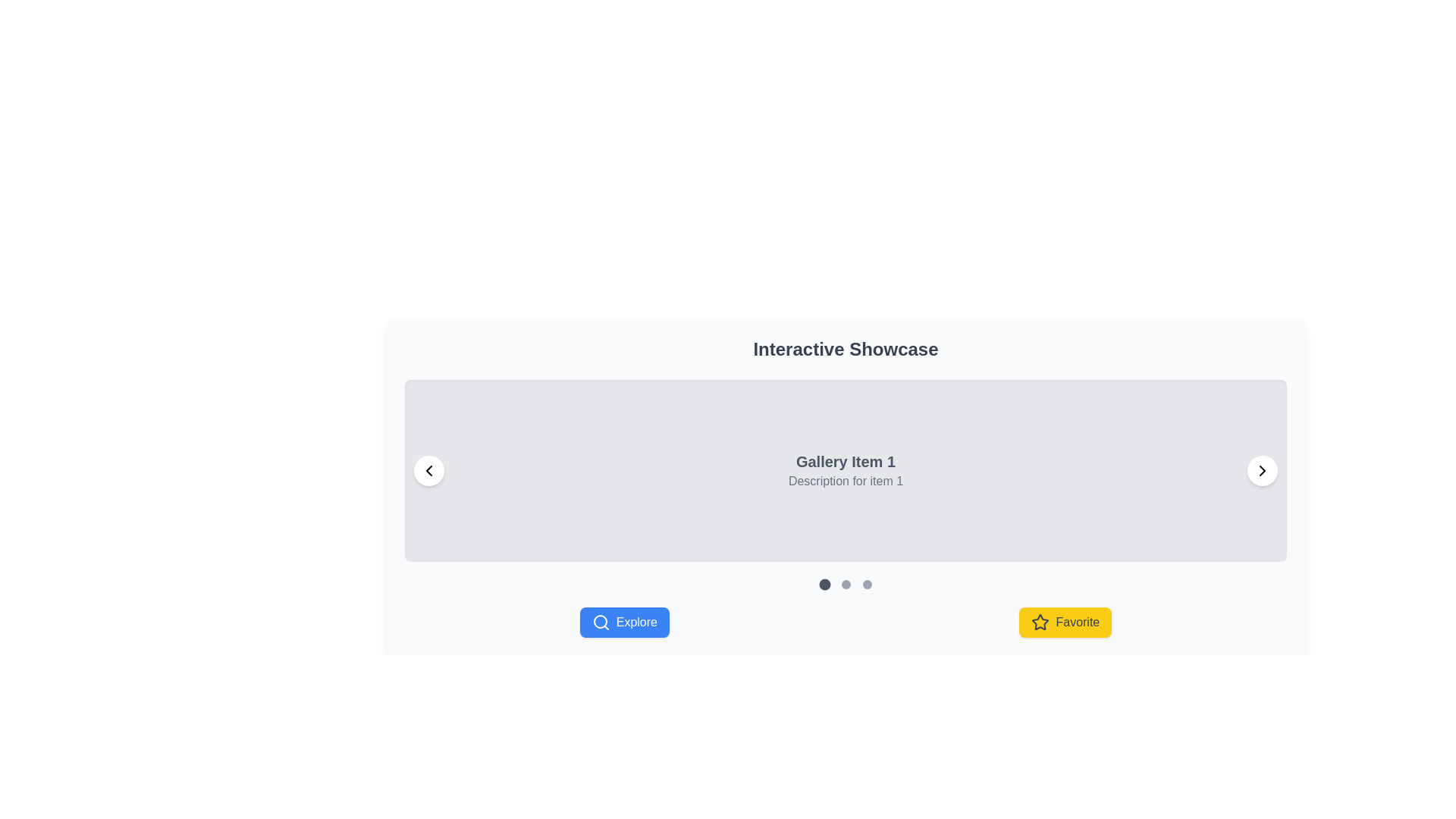 The width and height of the screenshot is (1456, 819). Describe the element at coordinates (845, 584) in the screenshot. I see `the active dot indicator in the carousel to trigger a tooltip or hover effect` at that location.